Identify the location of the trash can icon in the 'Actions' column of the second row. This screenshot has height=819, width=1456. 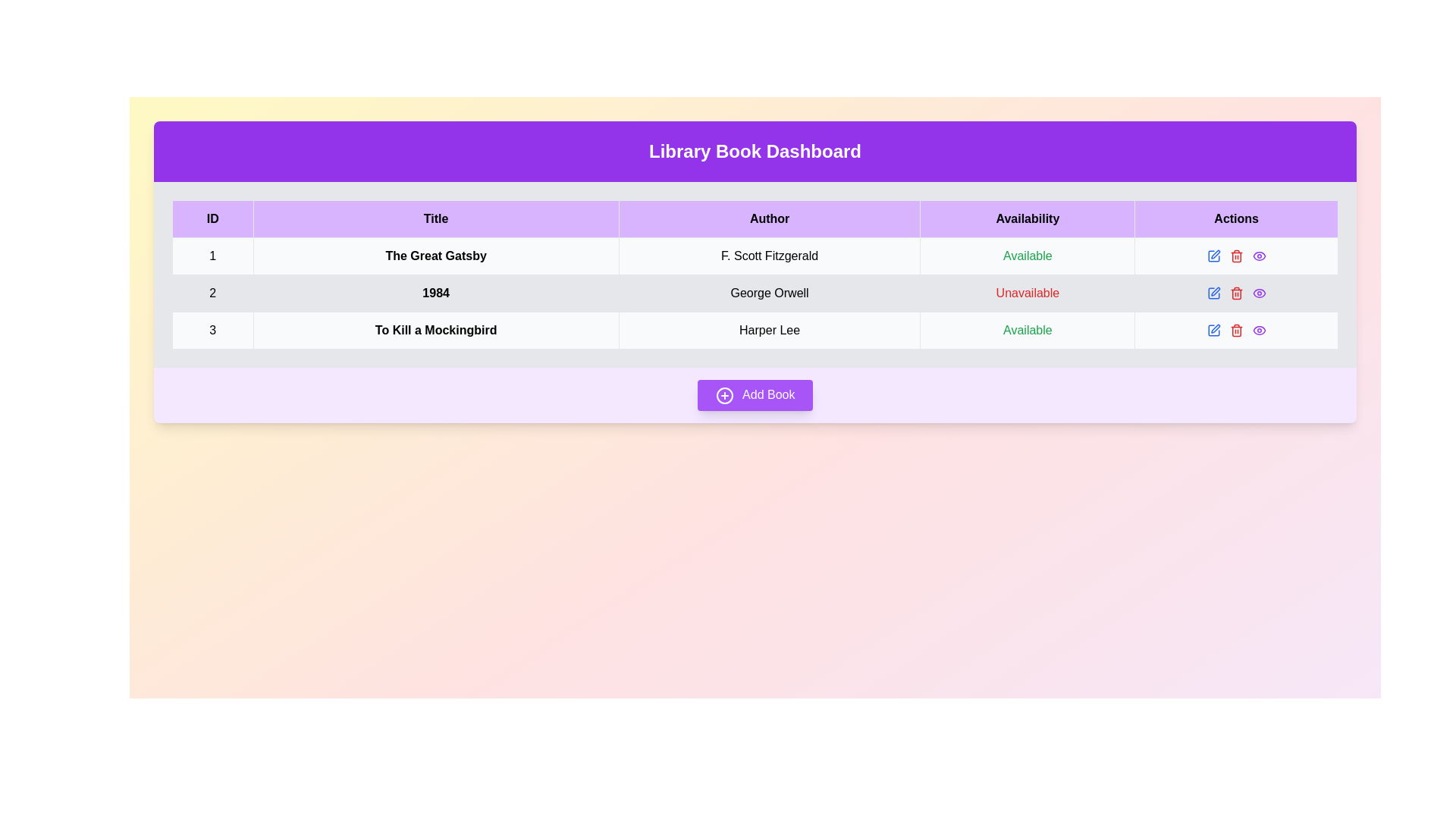
(1236, 256).